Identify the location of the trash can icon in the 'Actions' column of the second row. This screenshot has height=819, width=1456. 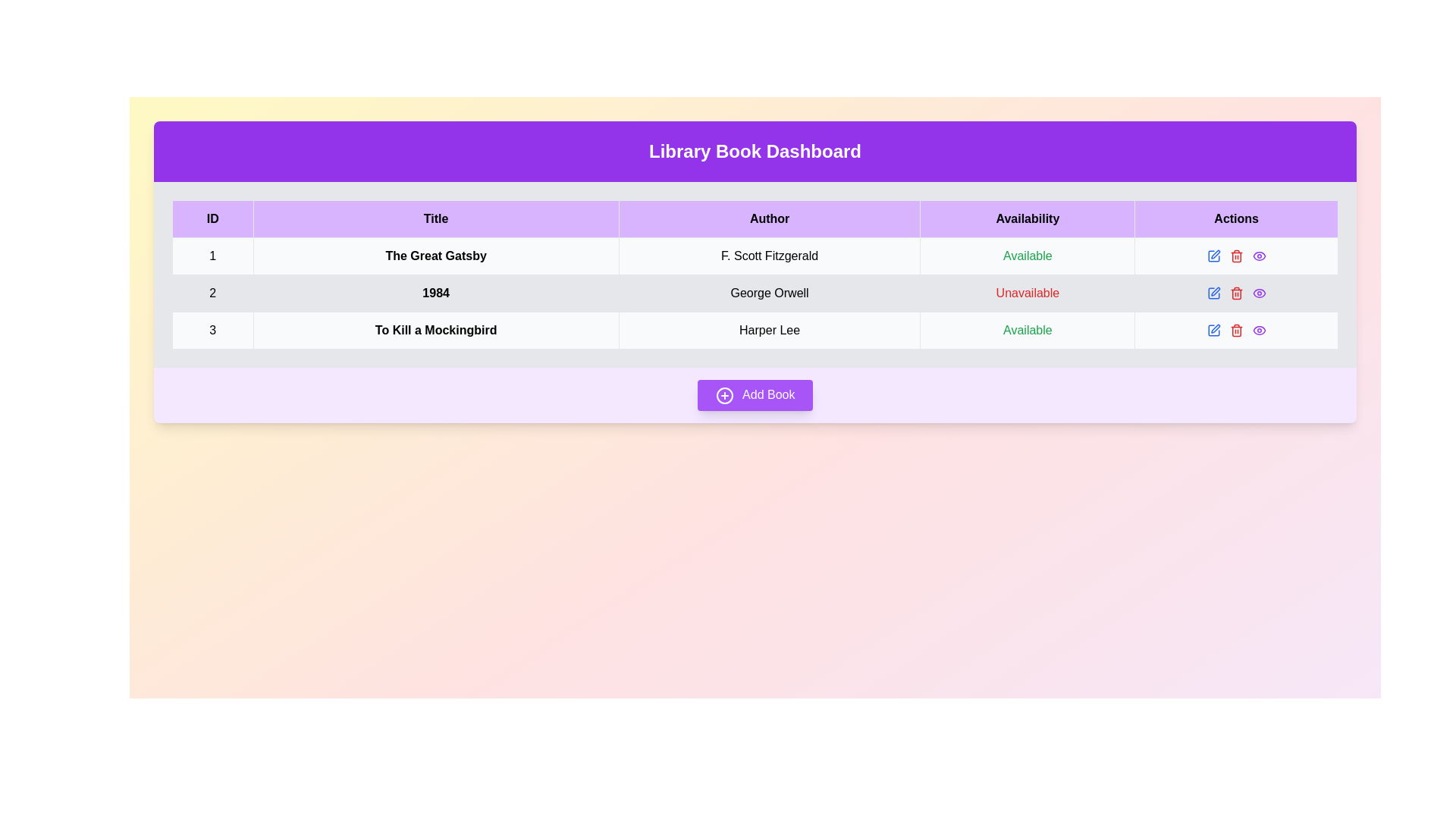
(1236, 256).